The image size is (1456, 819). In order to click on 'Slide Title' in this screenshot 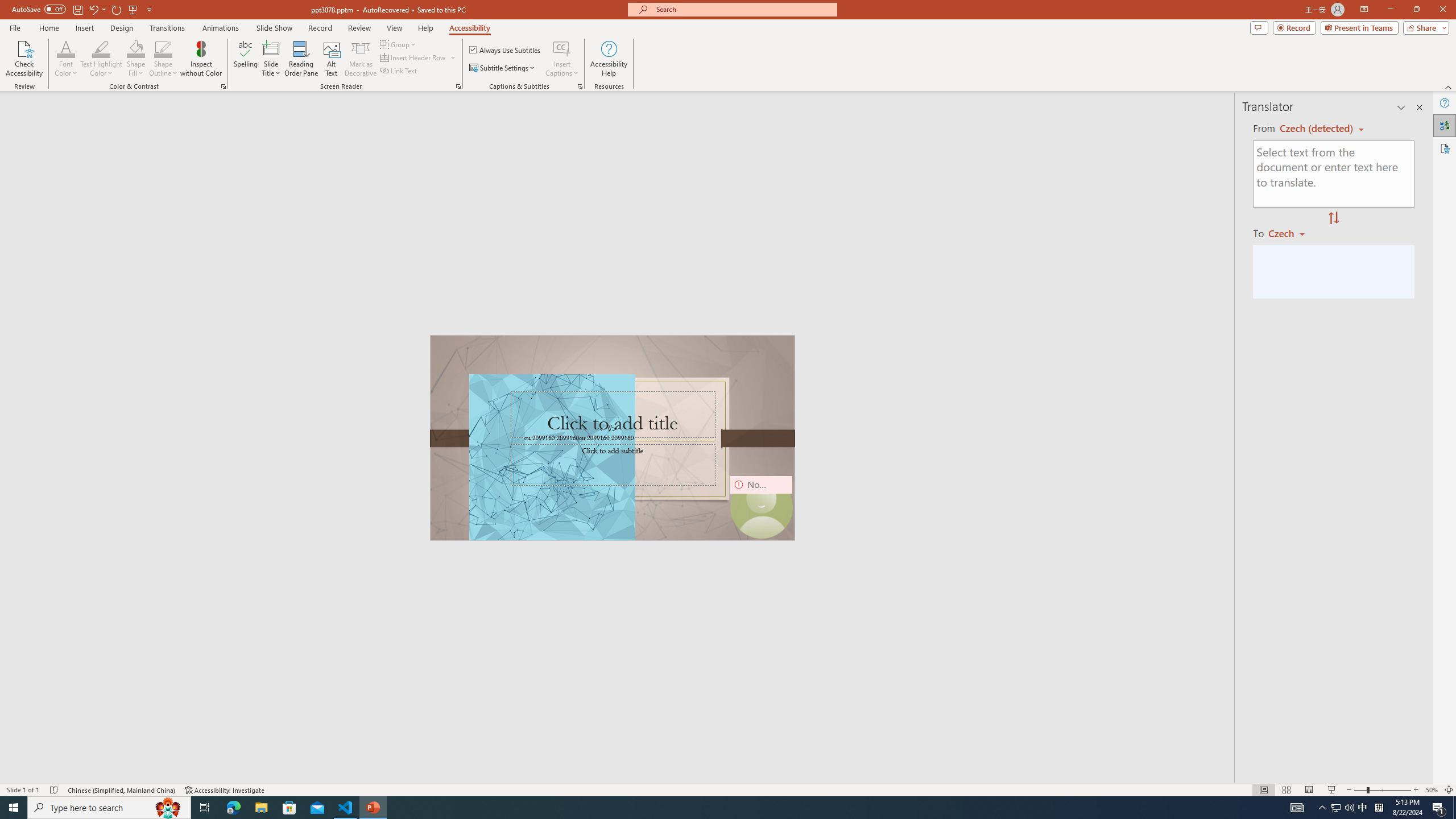, I will do `click(271, 59)`.